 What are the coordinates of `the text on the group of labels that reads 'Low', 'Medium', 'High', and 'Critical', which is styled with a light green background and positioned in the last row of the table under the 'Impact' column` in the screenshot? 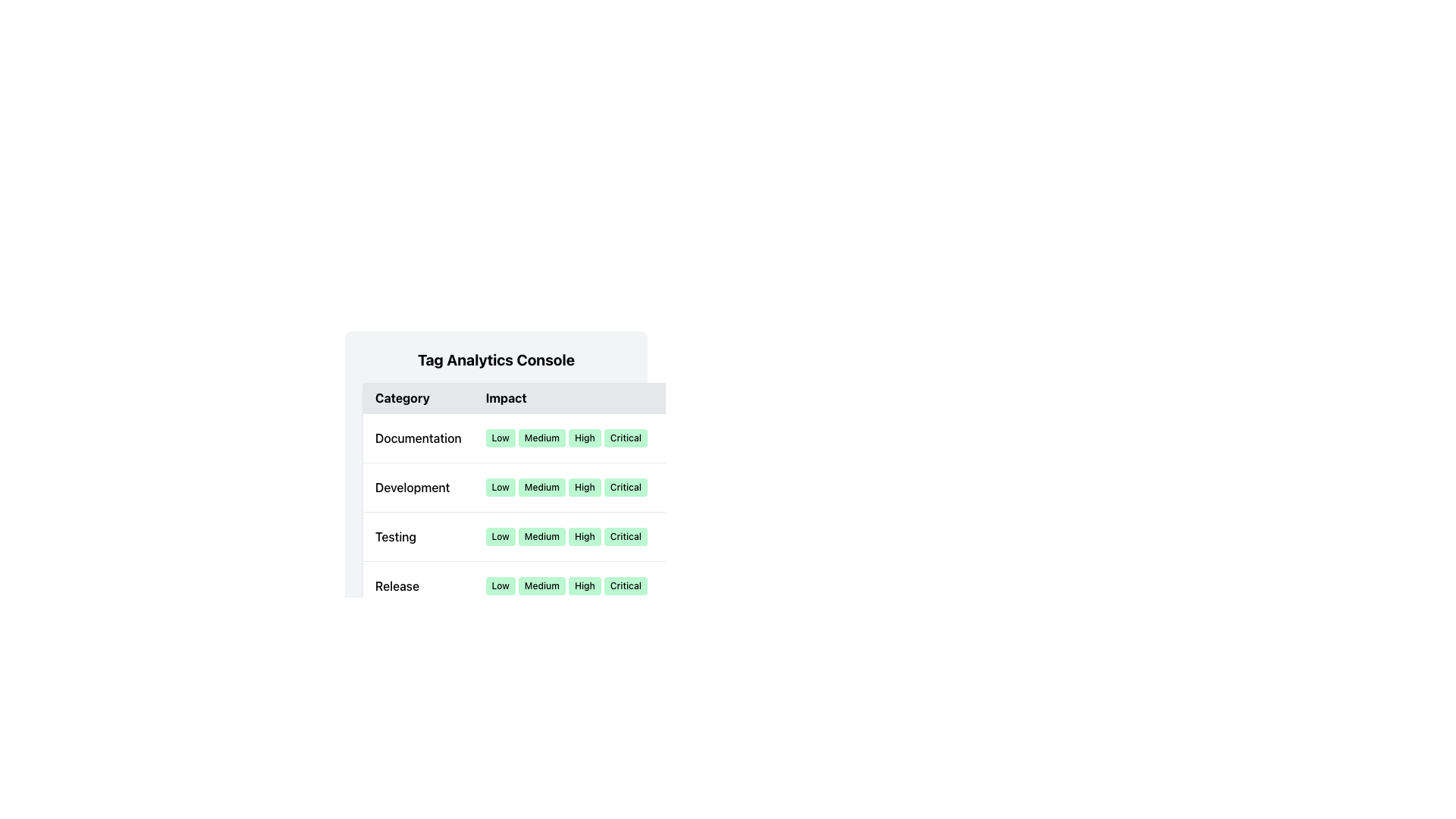 It's located at (566, 585).